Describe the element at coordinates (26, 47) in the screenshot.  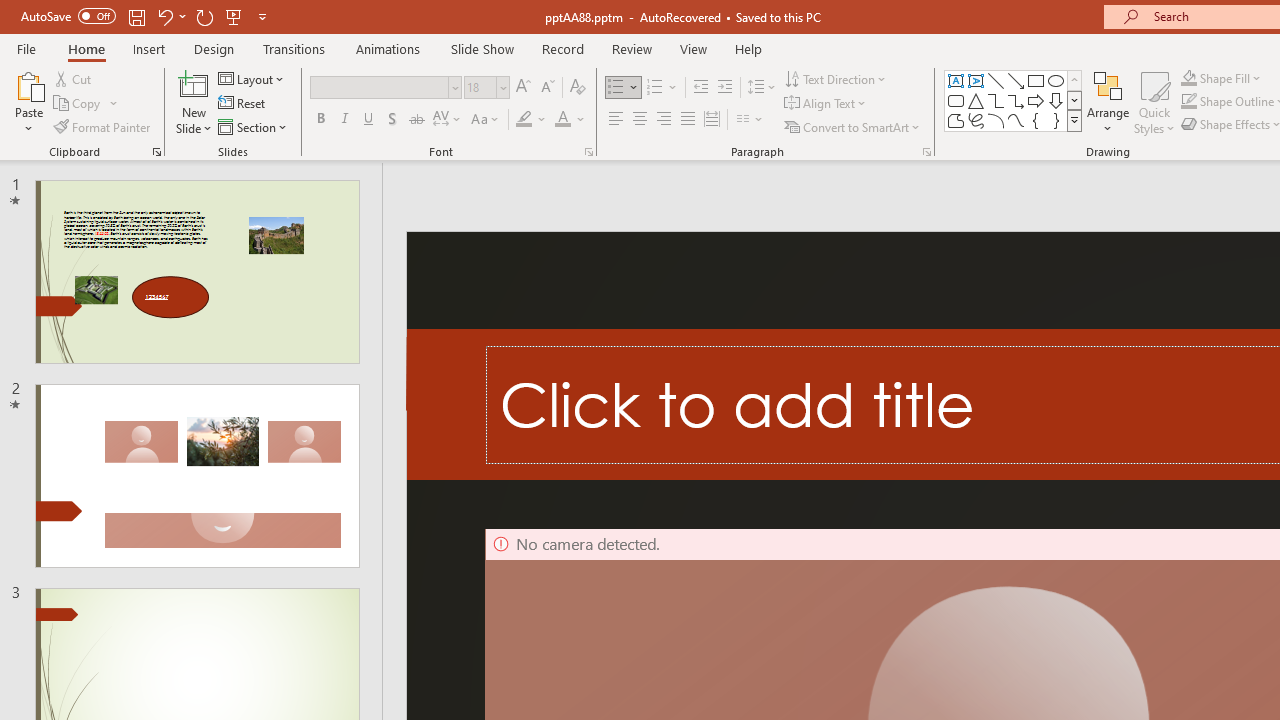
I see `'File Tab'` at that location.